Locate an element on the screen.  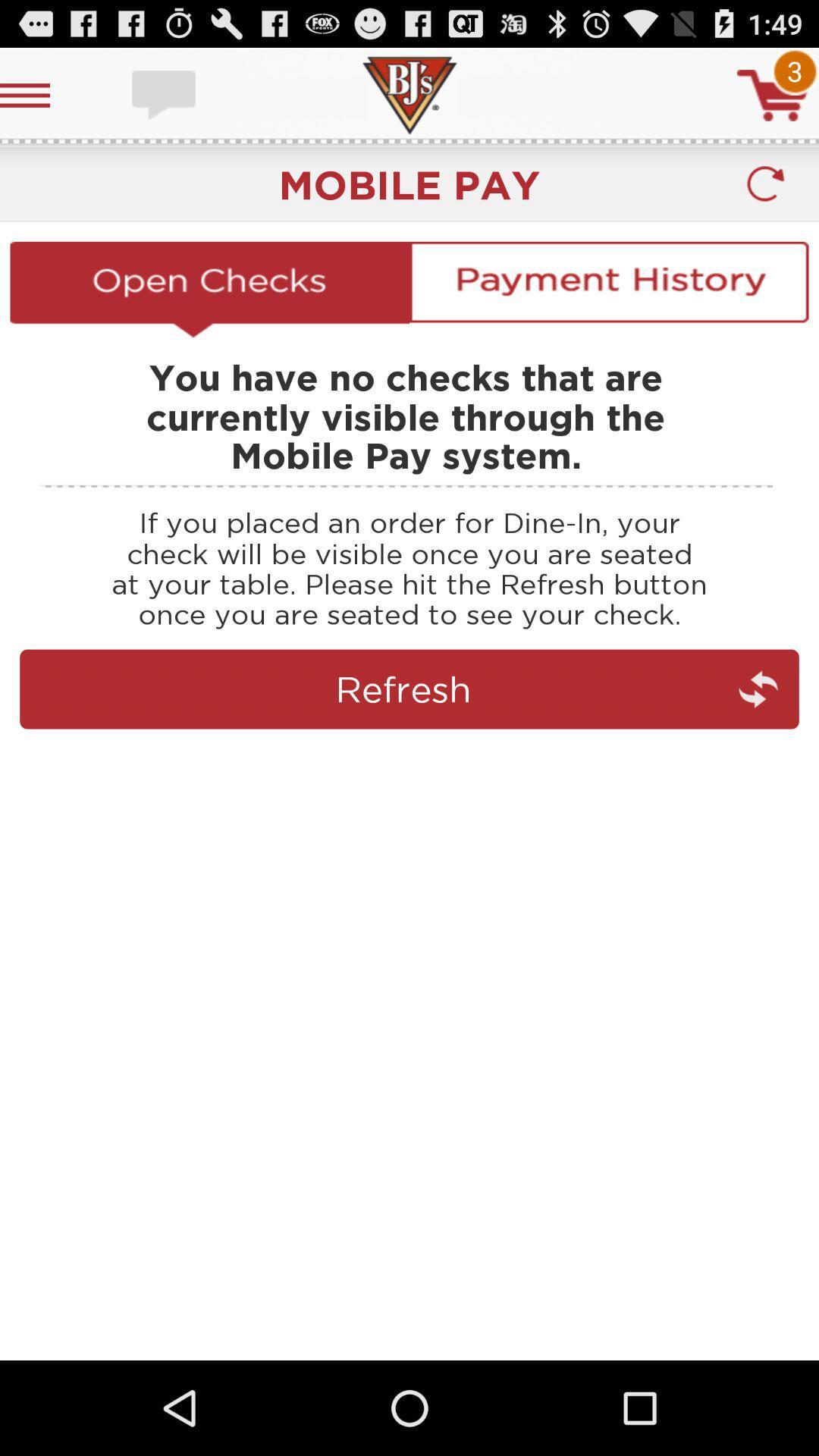
messages button is located at coordinates (165, 94).